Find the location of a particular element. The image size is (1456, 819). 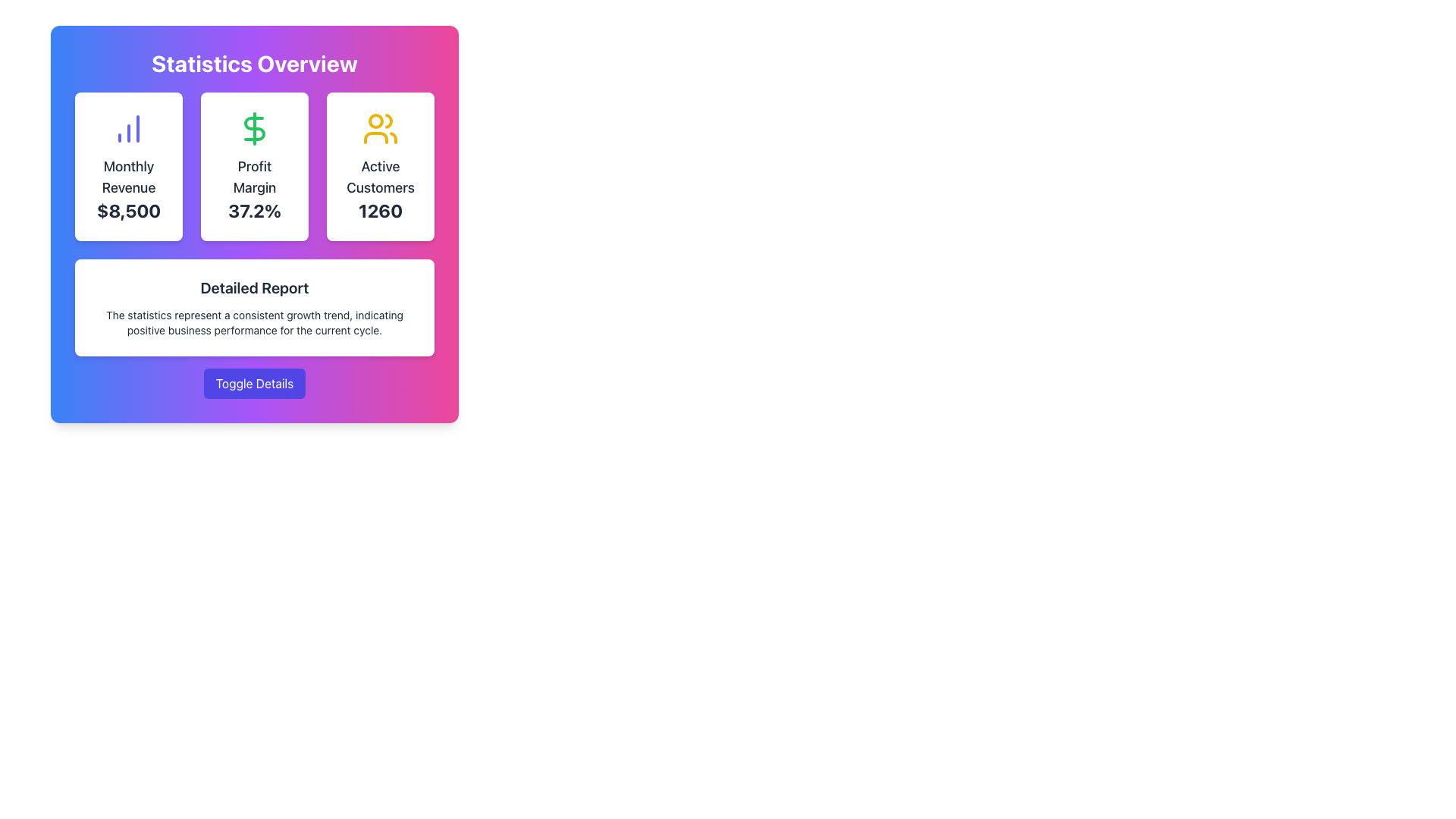

the green dollar sign icon located in the center of the 'Profit Margin 37.2%' section, which is visually above the text 'Profit Margin' and '37.2%' is located at coordinates (255, 127).